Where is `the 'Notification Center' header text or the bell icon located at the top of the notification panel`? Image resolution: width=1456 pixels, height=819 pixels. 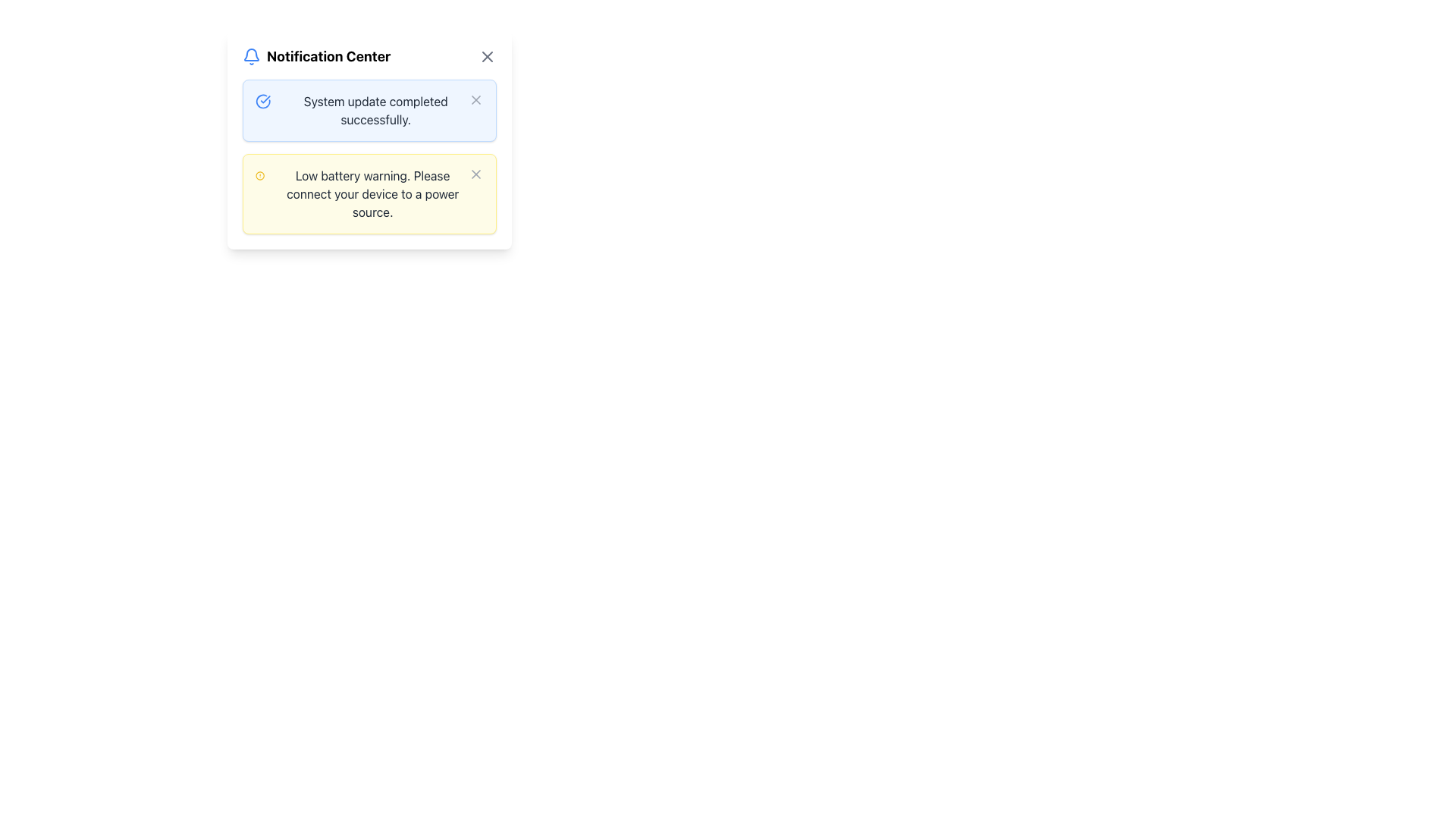
the 'Notification Center' header text or the bell icon located at the top of the notification panel is located at coordinates (369, 55).